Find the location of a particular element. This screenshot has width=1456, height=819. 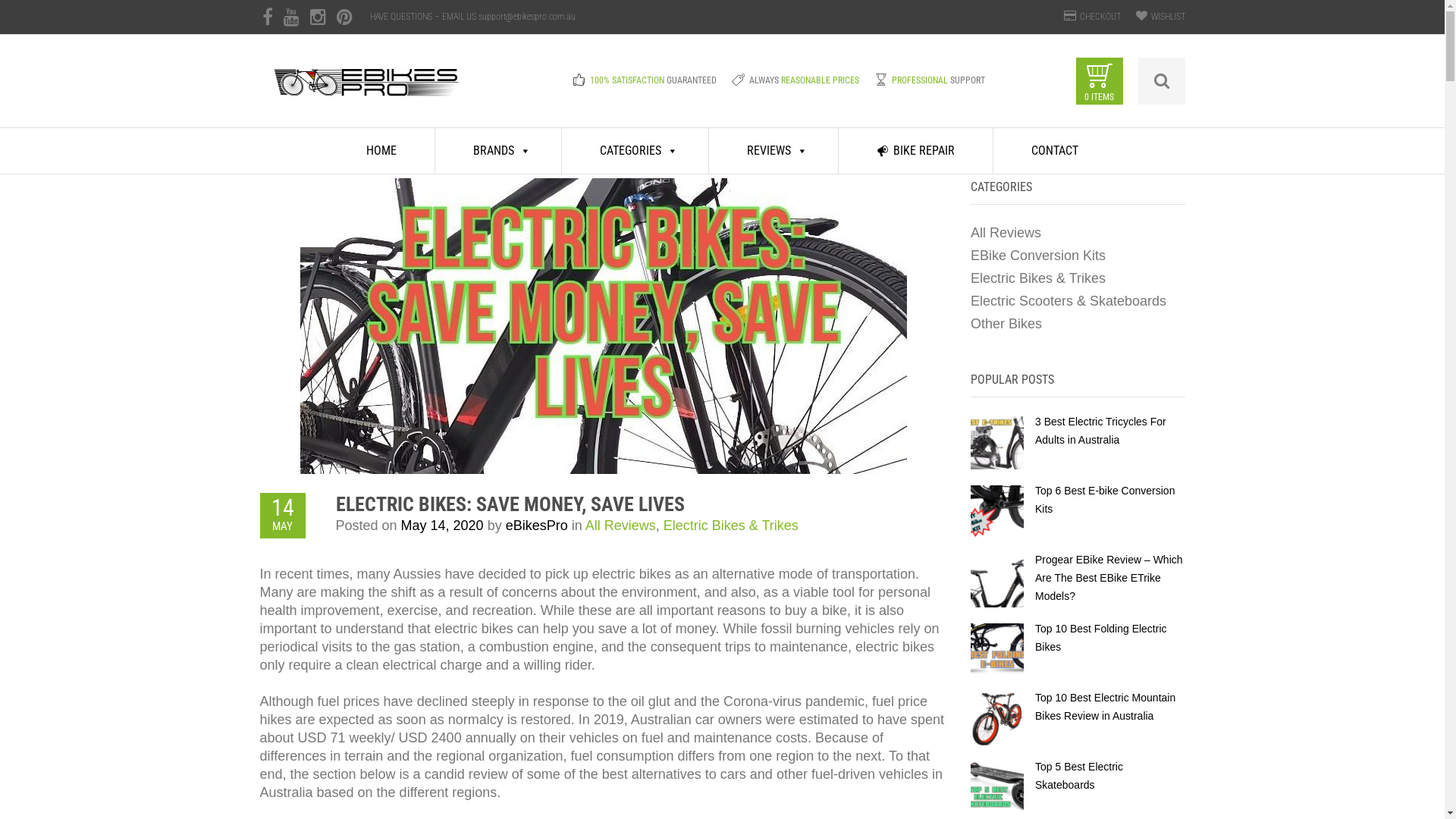

'Top 5 Best Electric Skateboards' is located at coordinates (1078, 775).